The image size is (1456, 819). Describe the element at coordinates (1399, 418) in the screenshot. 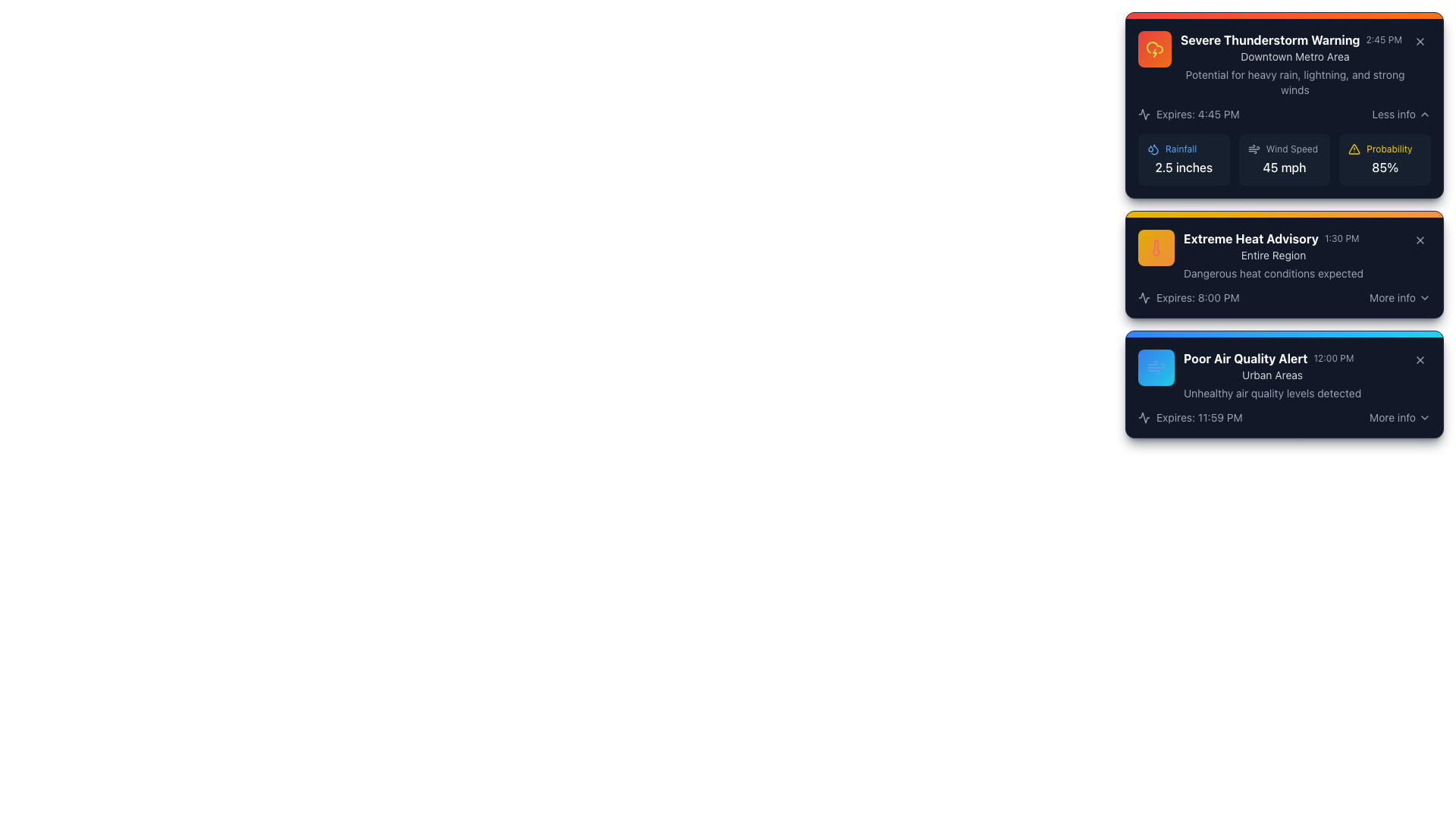

I see `the interactive button labeled 'More info' with a downward facing chevron icon to change the text color from gray to white` at that location.